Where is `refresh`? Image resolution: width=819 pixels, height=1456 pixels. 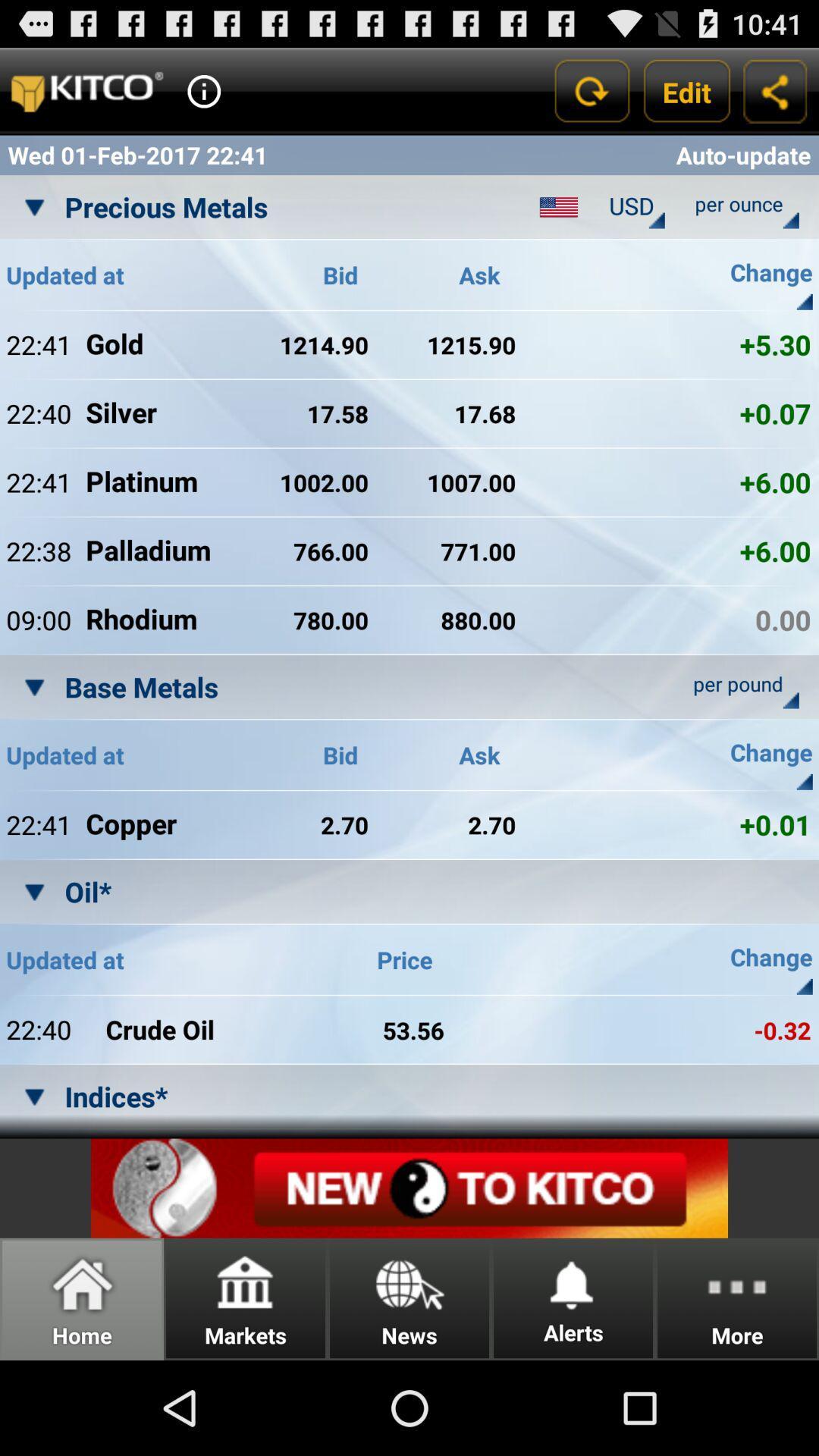
refresh is located at coordinates (590, 90).